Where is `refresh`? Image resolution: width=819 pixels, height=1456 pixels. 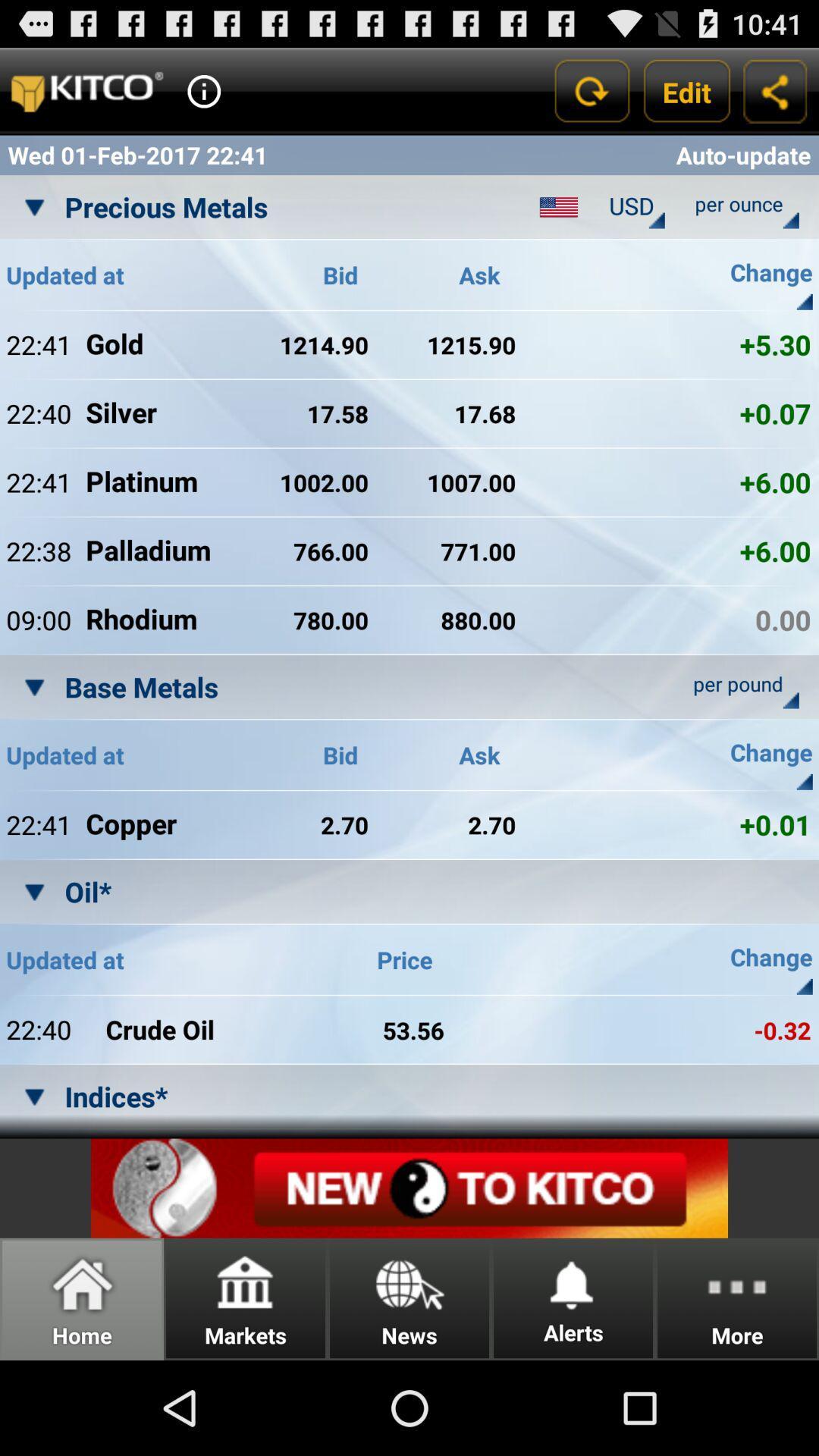
refresh is located at coordinates (590, 90).